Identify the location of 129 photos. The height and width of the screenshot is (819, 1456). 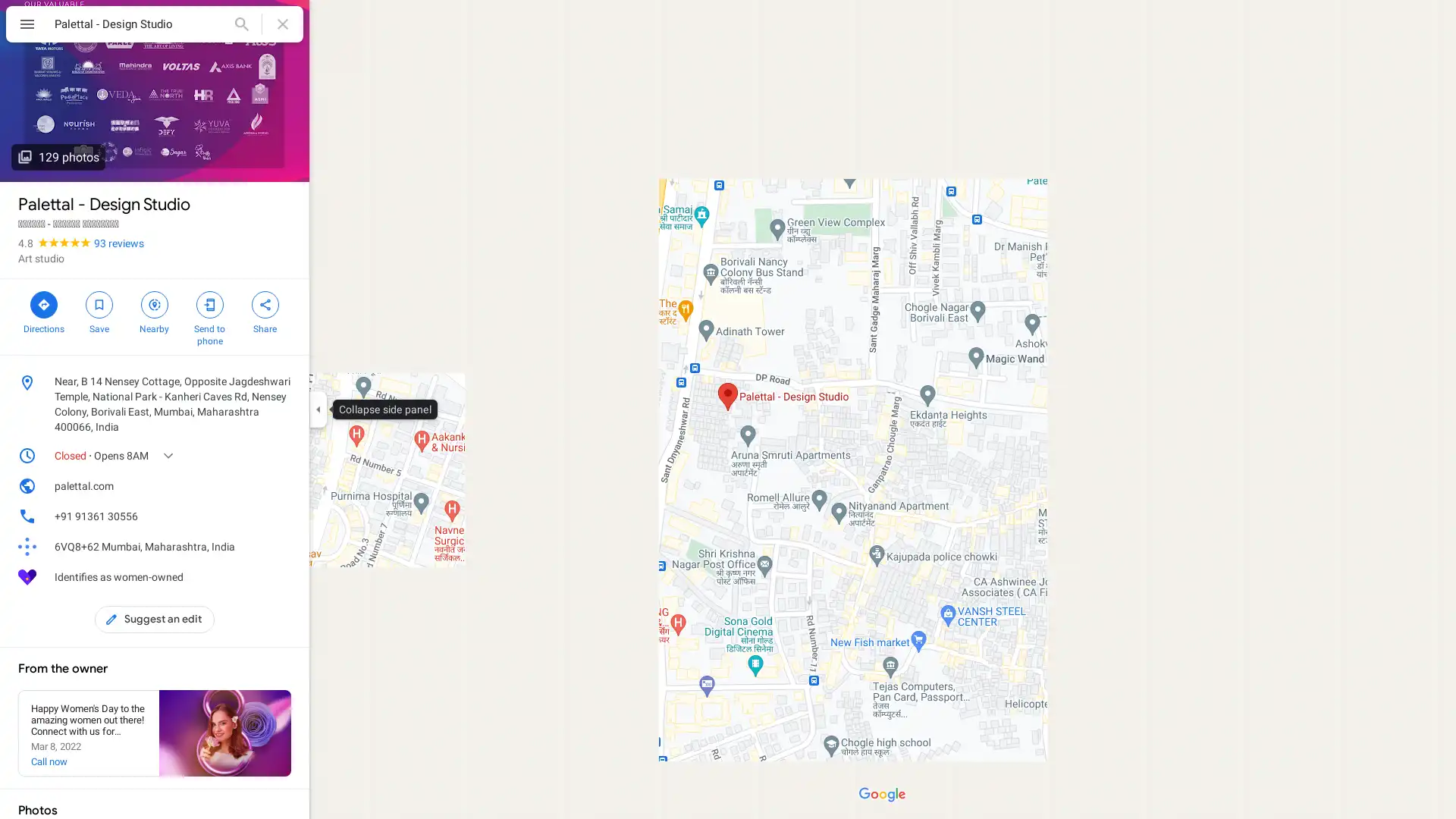
(58, 157).